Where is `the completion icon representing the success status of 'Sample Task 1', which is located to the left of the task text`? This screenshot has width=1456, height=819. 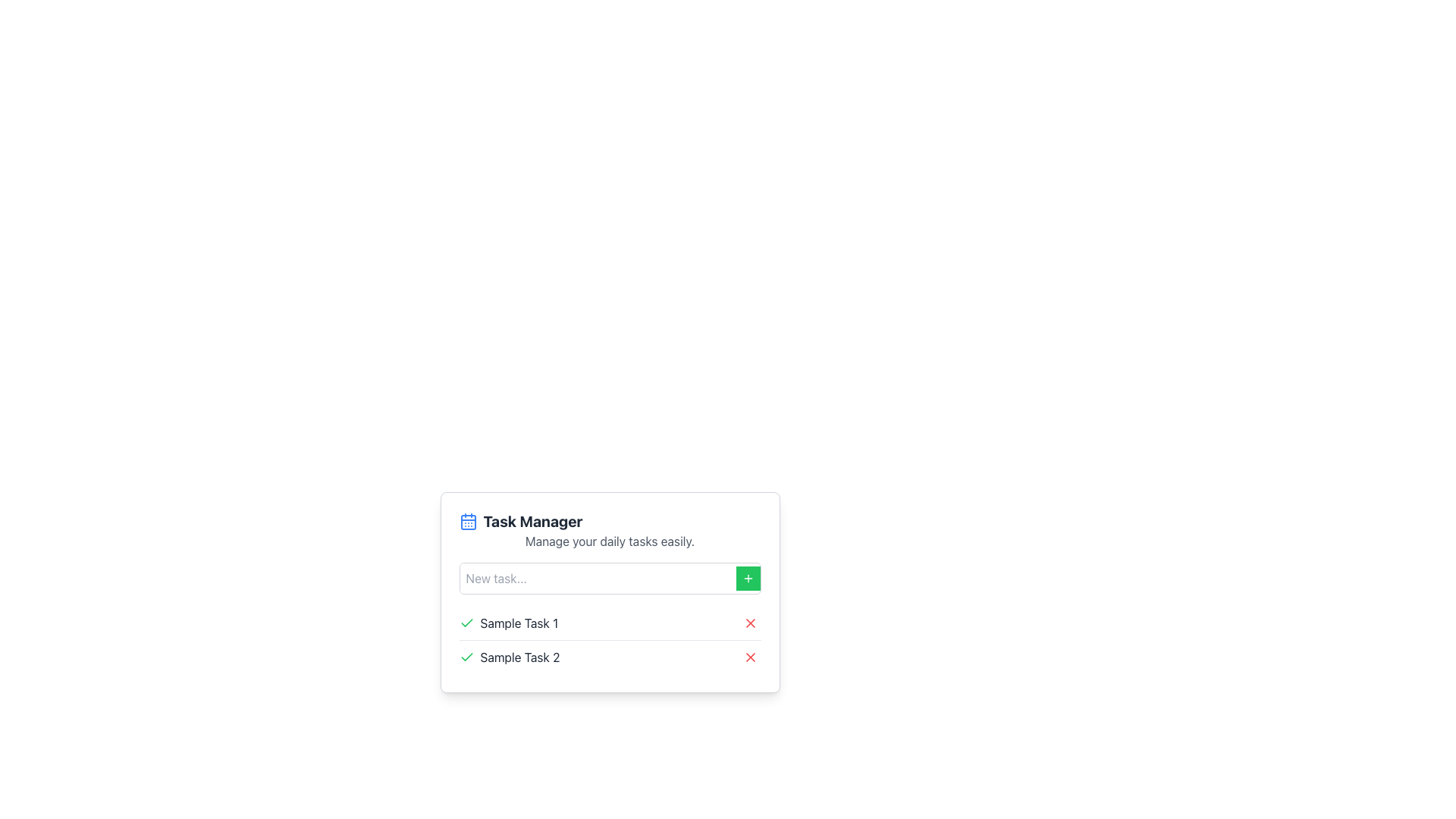
the completion icon representing the success status of 'Sample Task 1', which is located to the left of the task text is located at coordinates (466, 623).